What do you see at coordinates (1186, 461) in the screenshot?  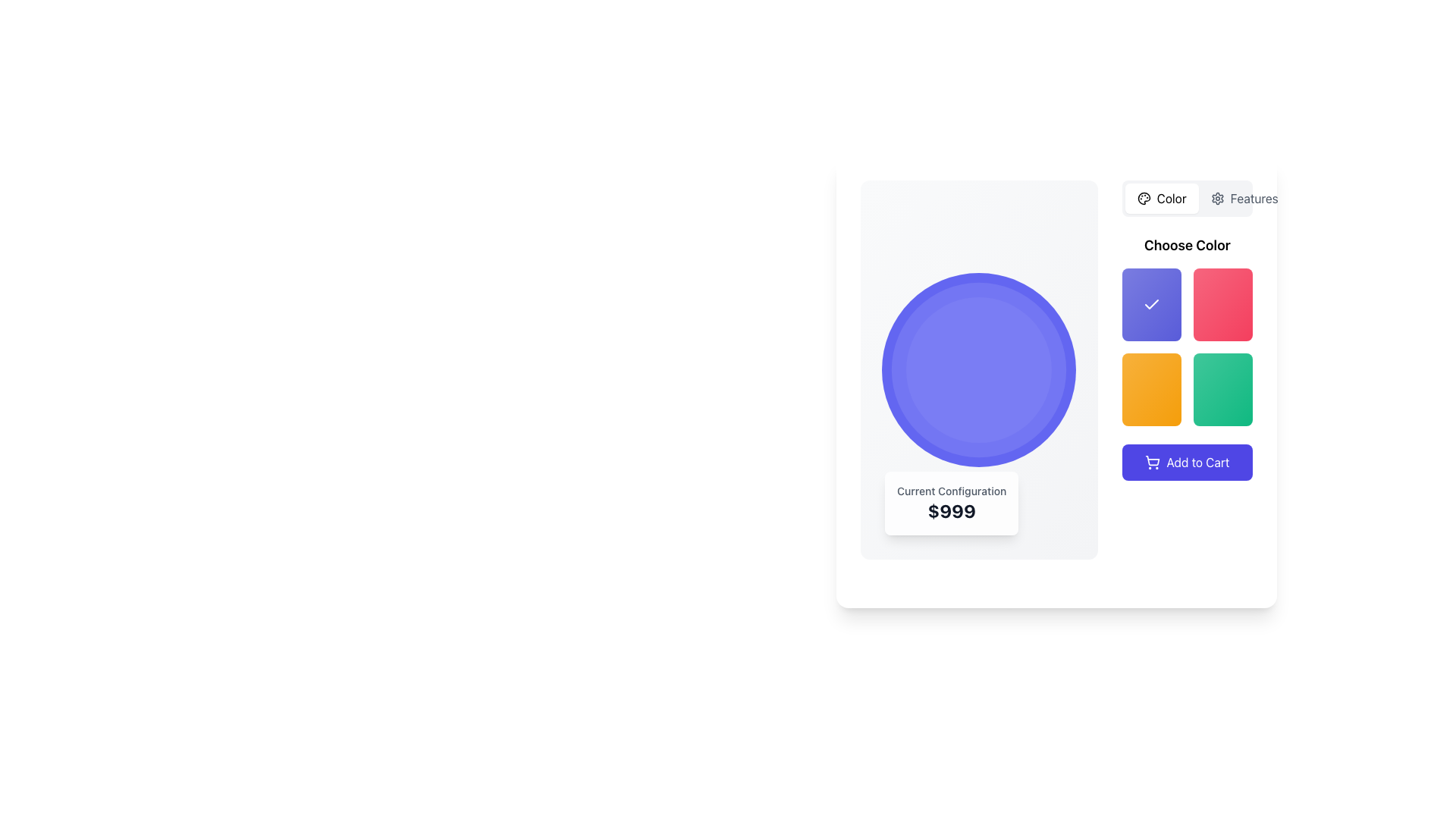 I see `the 'Add to Cart' button located in the bottom-right section of the interactive panel` at bounding box center [1186, 461].